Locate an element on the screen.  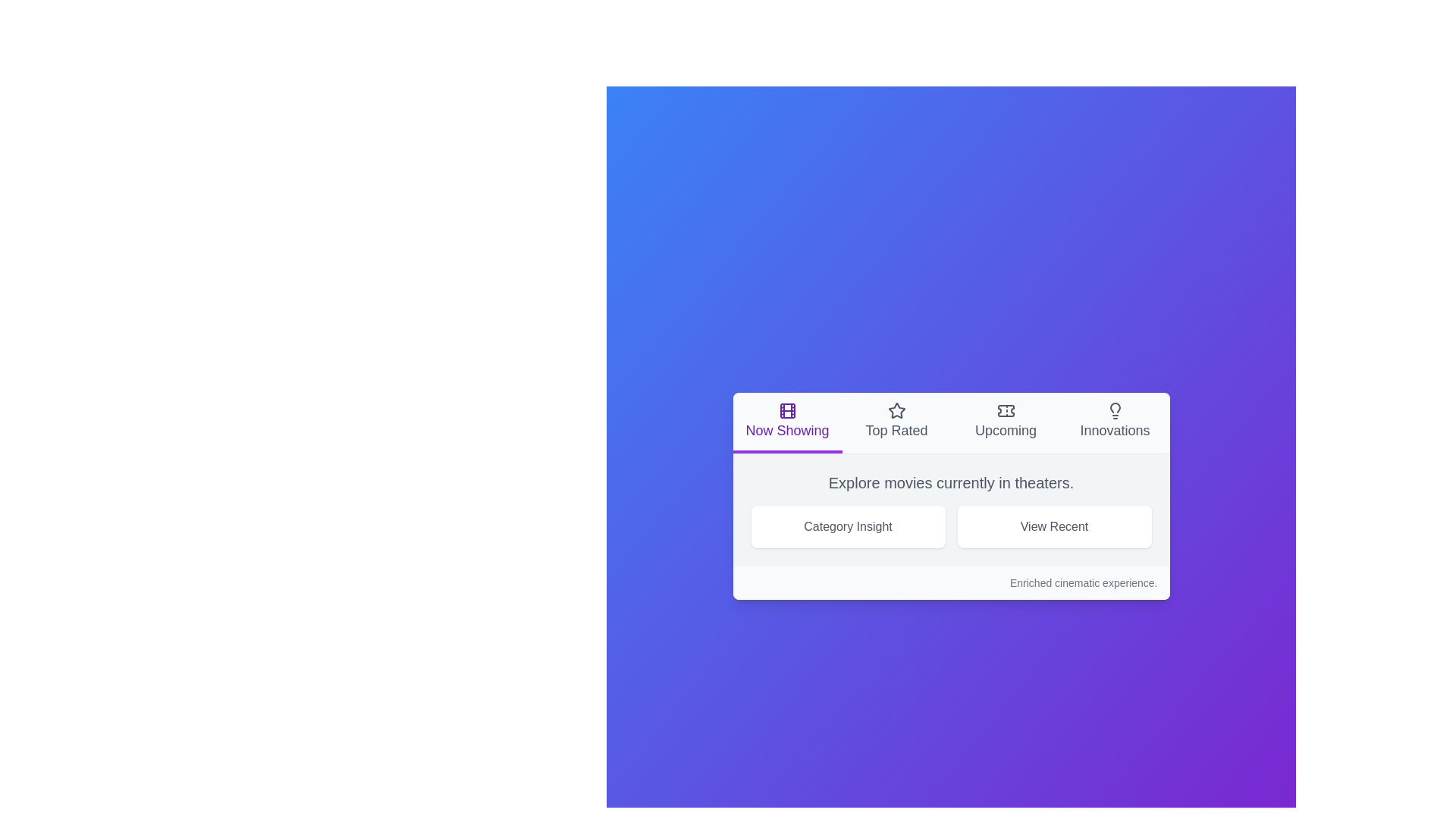
the text label located on the far right of the navigation bar is located at coordinates (1115, 430).